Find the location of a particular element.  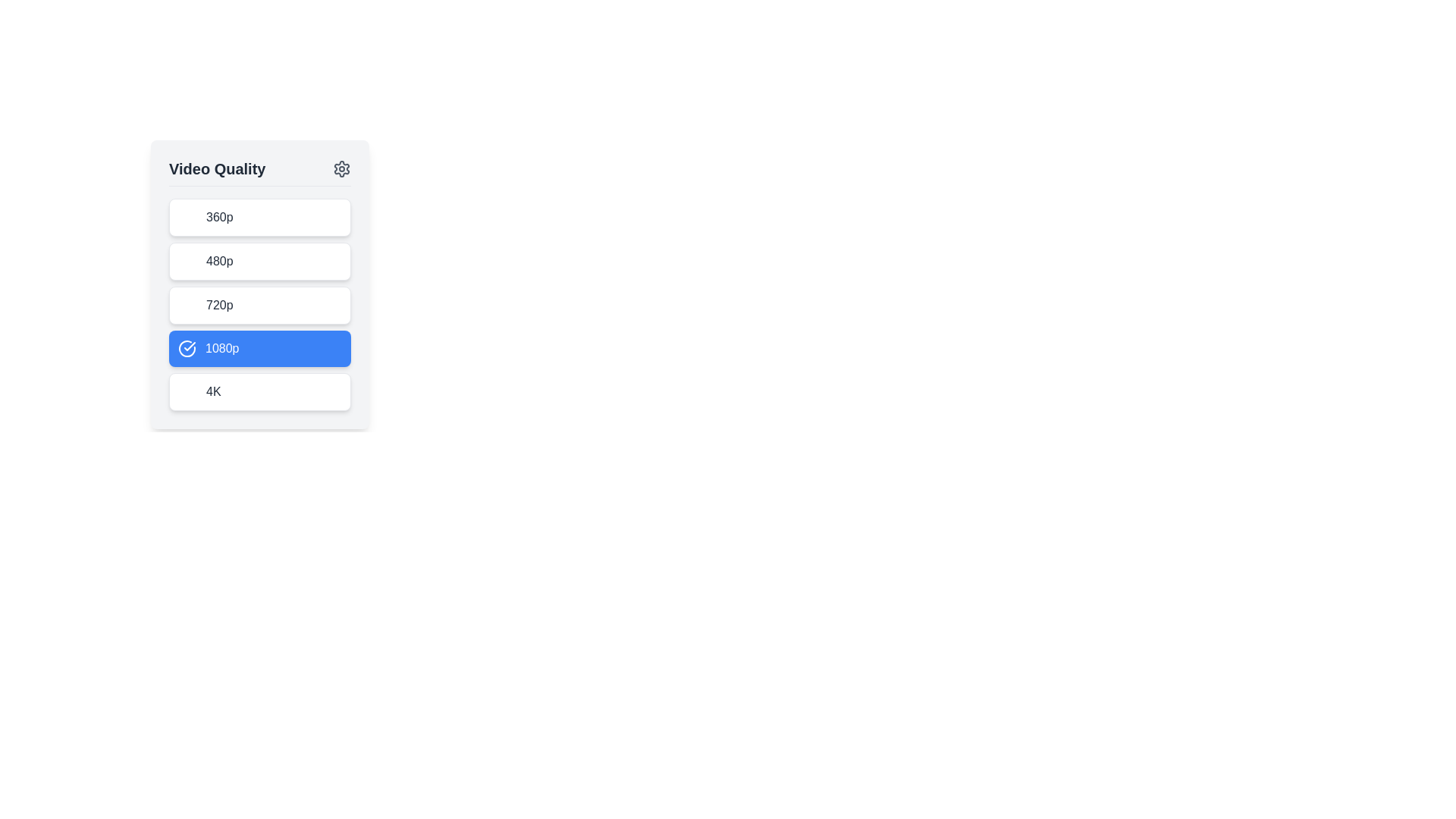

the '1080p' video quality selection button located in the 'Video Quality' settings section is located at coordinates (259, 348).